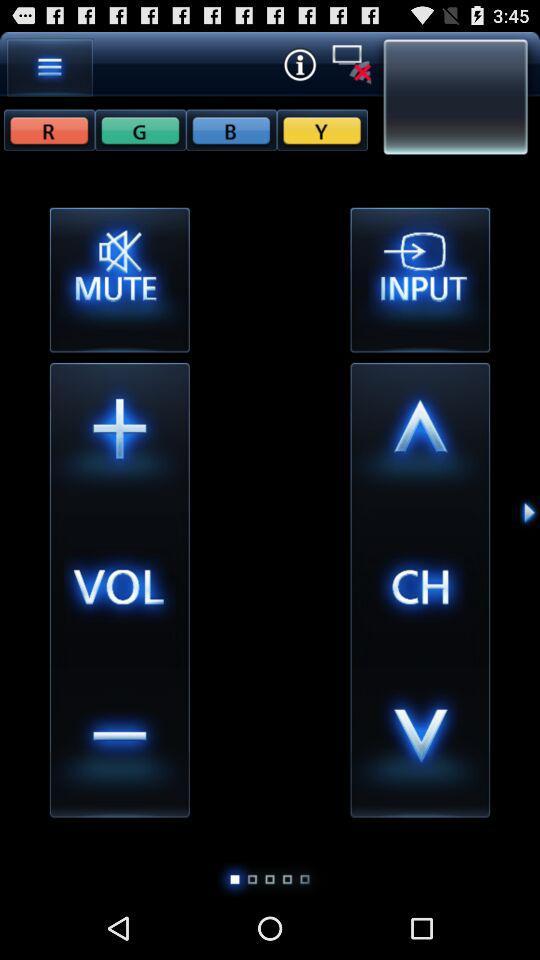 The image size is (540, 960). What do you see at coordinates (50, 71) in the screenshot?
I see `the menu icon` at bounding box center [50, 71].